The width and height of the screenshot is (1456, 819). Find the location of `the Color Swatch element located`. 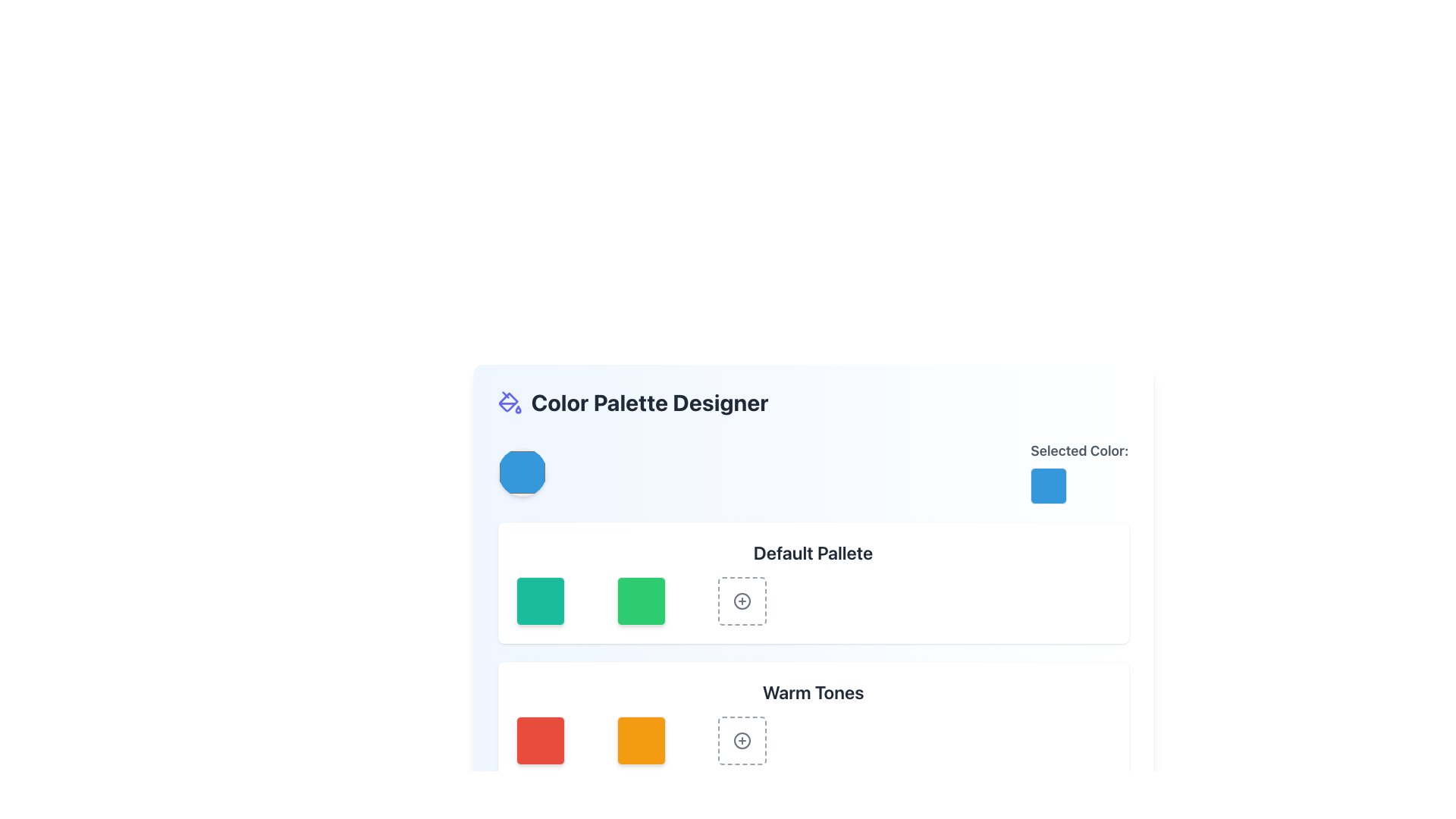

the Color Swatch element located is located at coordinates (522, 472).